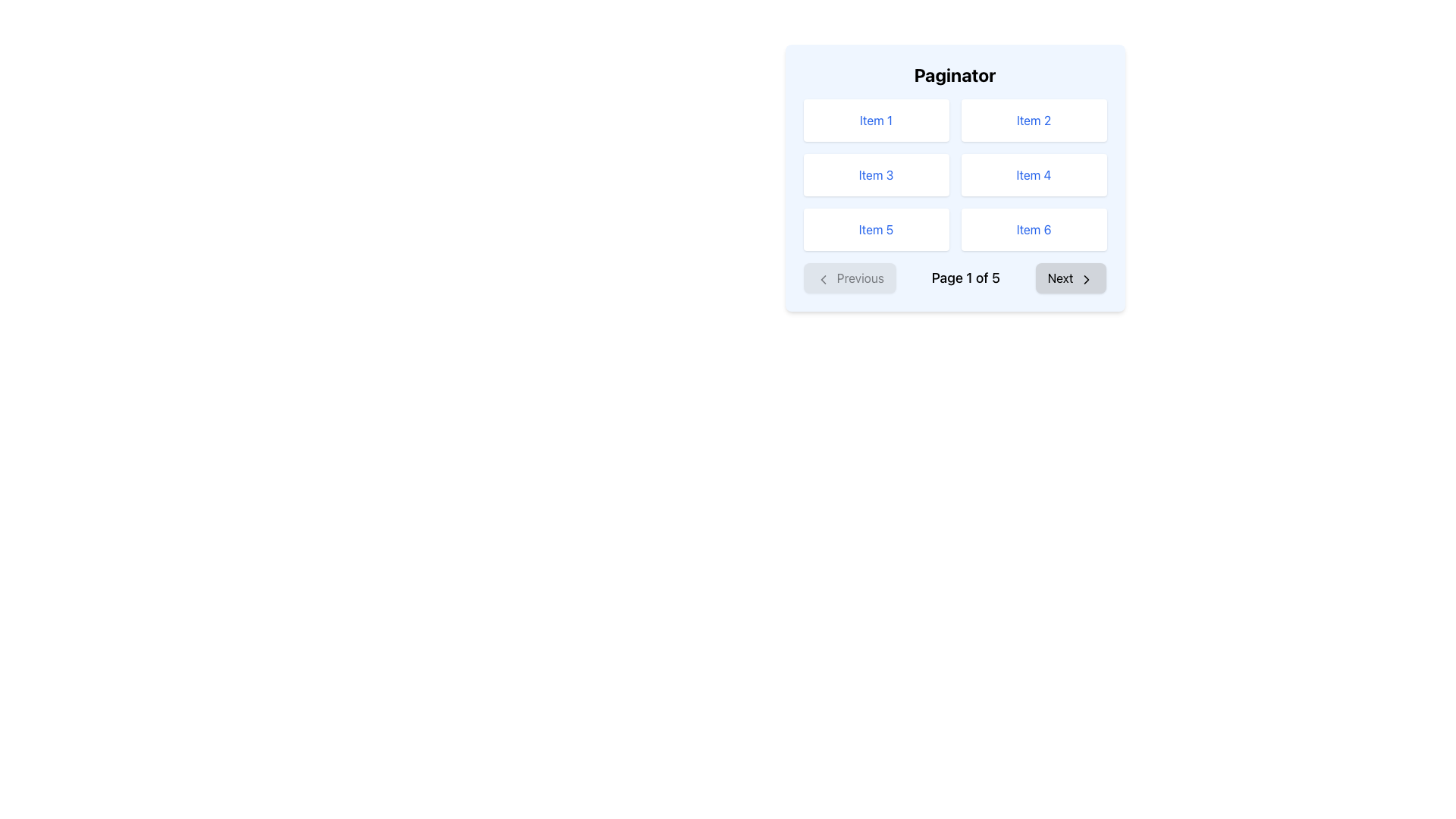 The height and width of the screenshot is (819, 1456). I want to click on the left-pointing chevron icon located at the start of the 'Previous' button within the paginator control, so click(822, 279).